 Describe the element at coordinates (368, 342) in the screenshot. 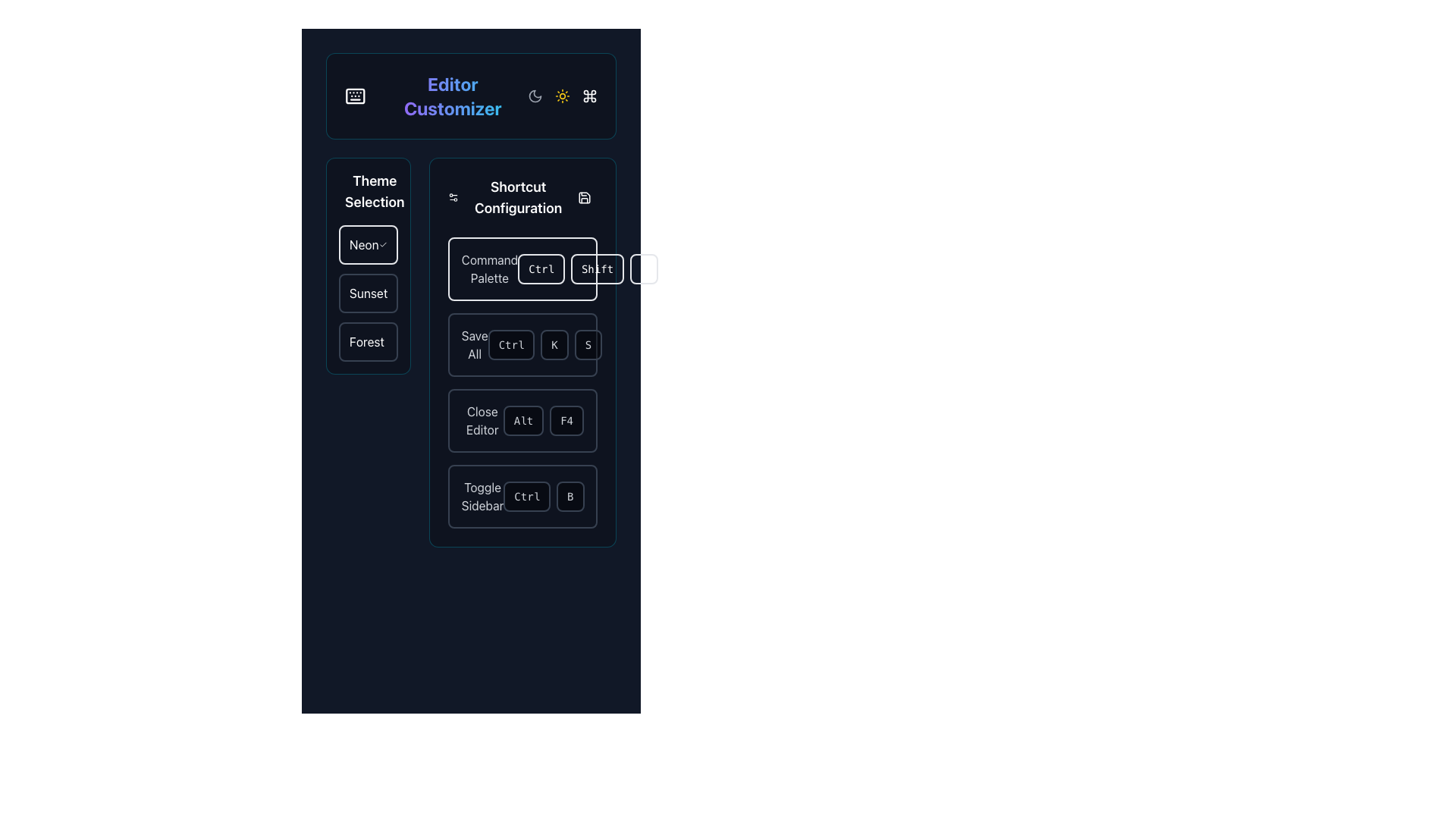

I see `the 'Forest' theme button, which is the third option in the 'Theme Selection' list in the left sidebar, styled with a dark theme and white outline` at that location.